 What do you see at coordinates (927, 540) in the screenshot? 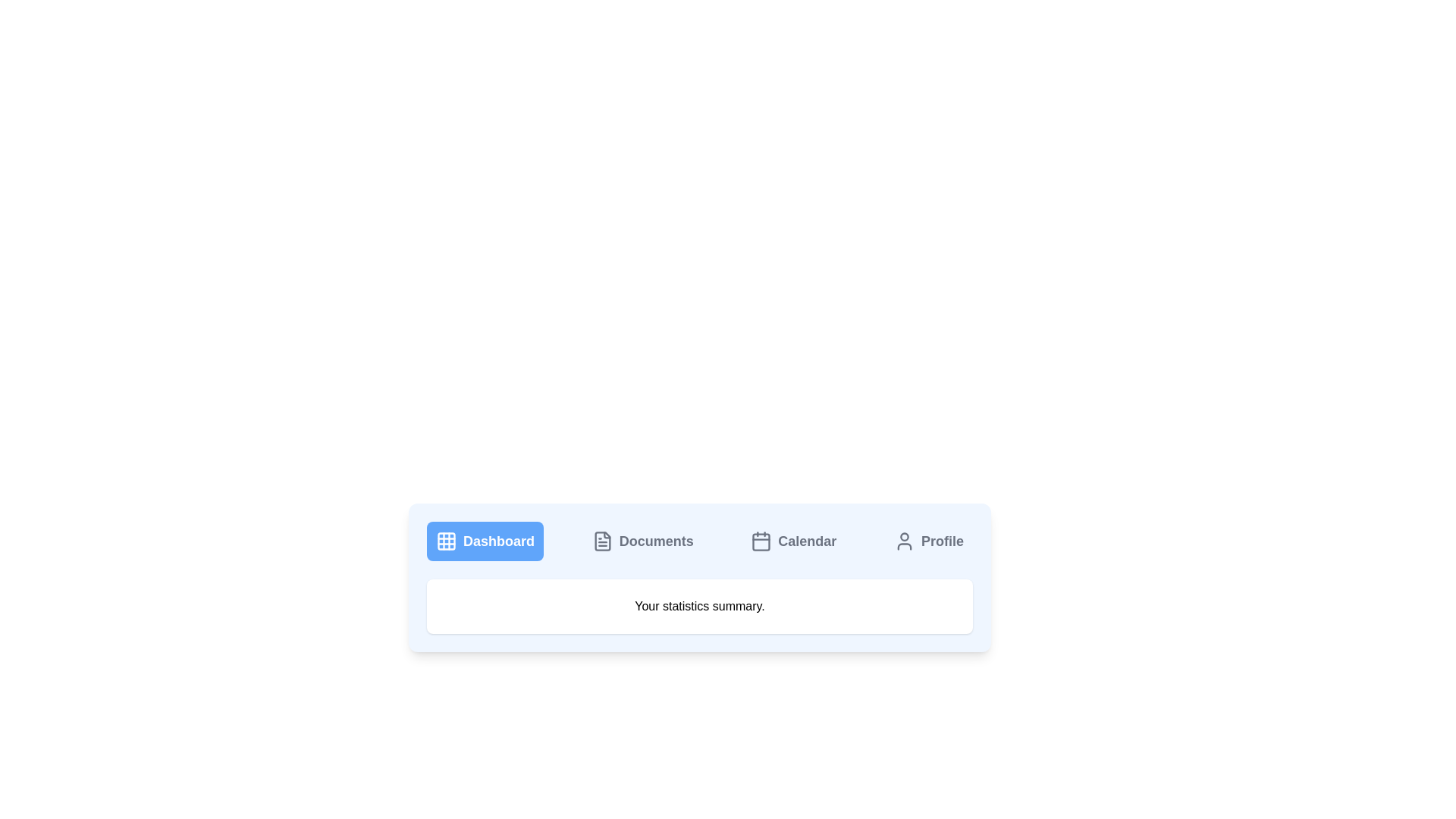
I see `the 'Profile' button located in the top-right of the navigation bar` at bounding box center [927, 540].